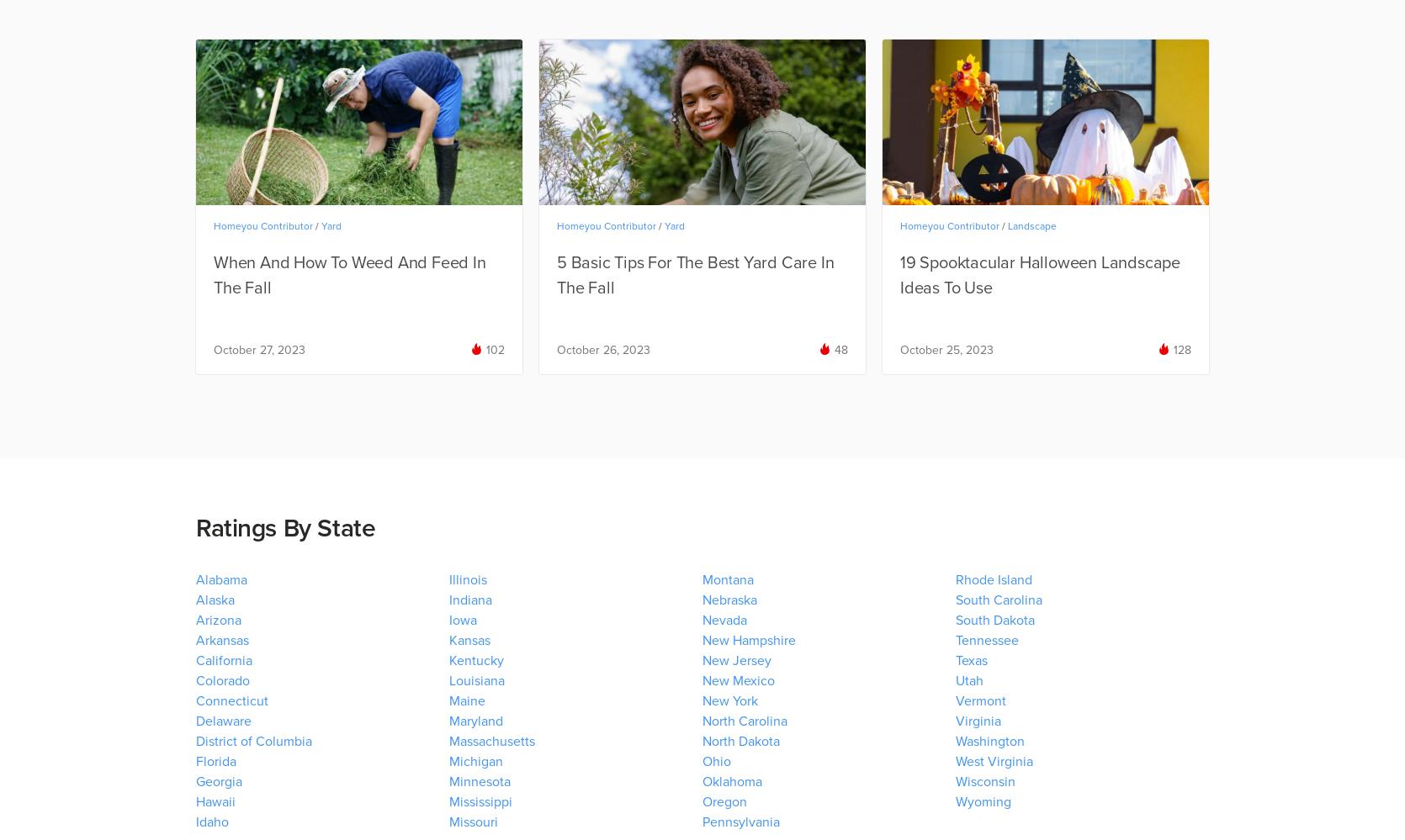 This screenshot has height=840, width=1405. Describe the element at coordinates (954, 801) in the screenshot. I see `'Wyoming'` at that location.